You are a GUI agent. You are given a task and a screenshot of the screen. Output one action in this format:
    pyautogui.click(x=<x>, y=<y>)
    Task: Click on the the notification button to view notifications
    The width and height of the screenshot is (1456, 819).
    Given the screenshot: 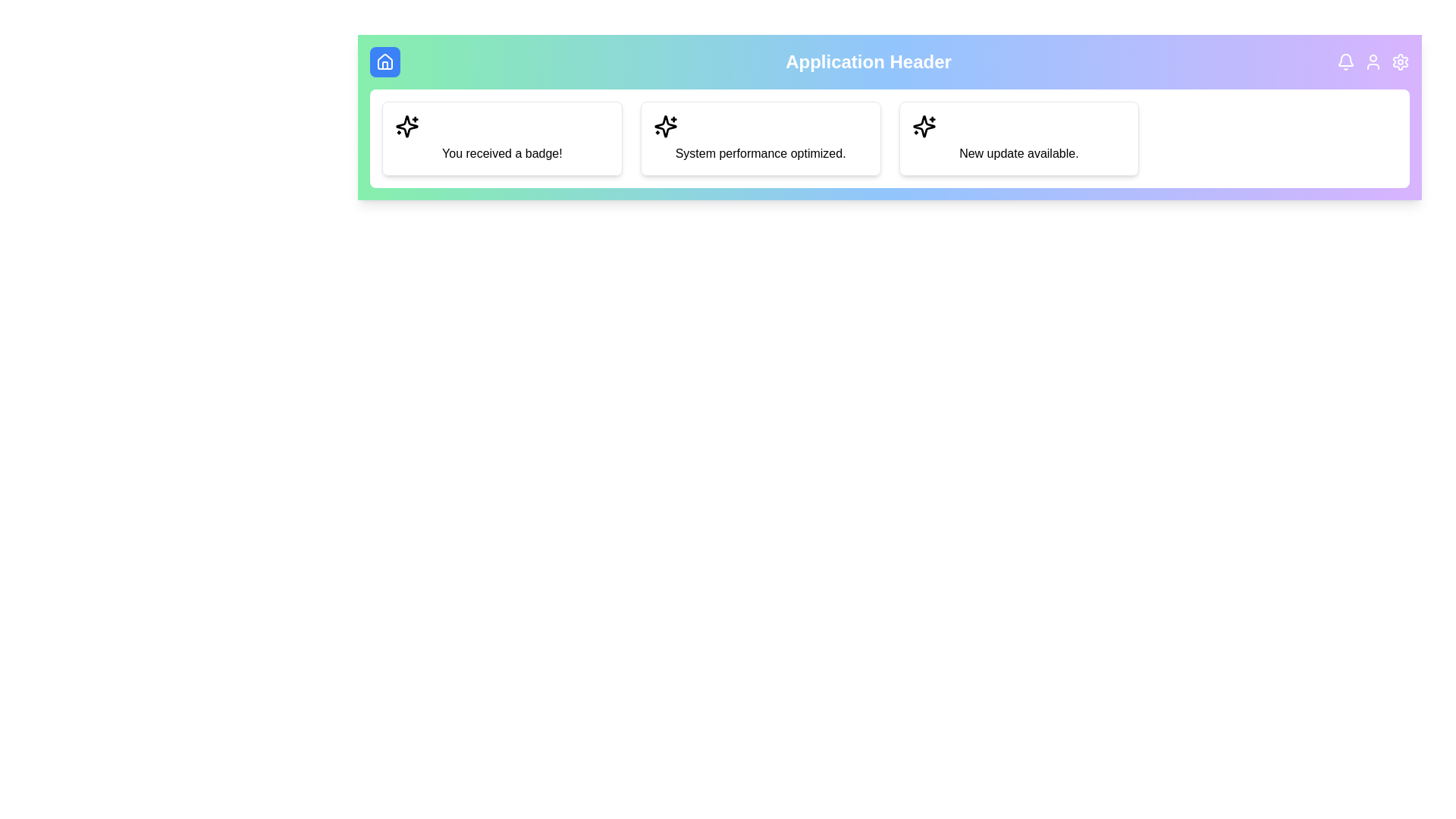 What is the action you would take?
    pyautogui.click(x=1346, y=61)
    